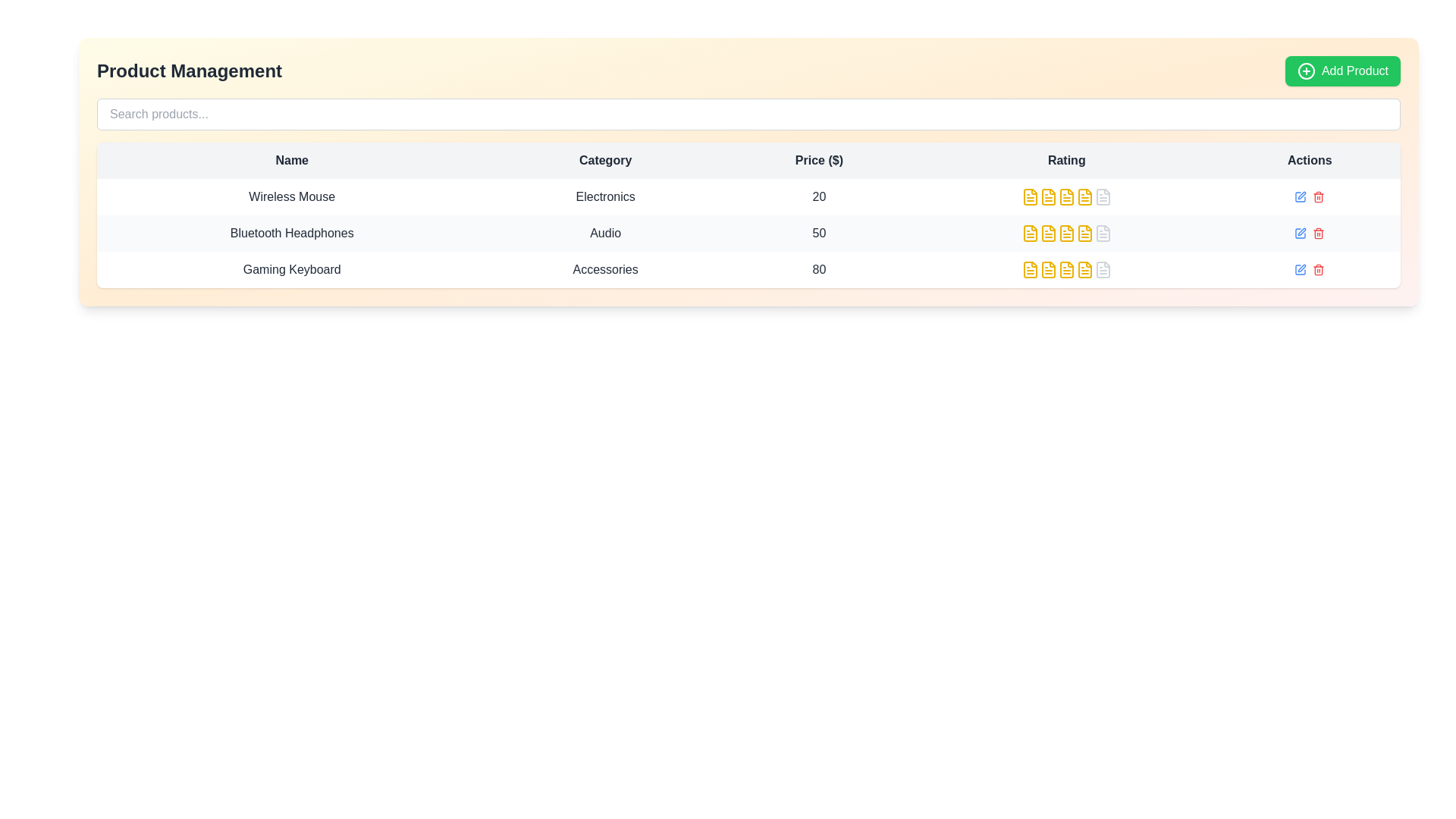  I want to click on the fifth document icon in the rating row for the 'Wireless Mouse' entry, so click(1103, 196).